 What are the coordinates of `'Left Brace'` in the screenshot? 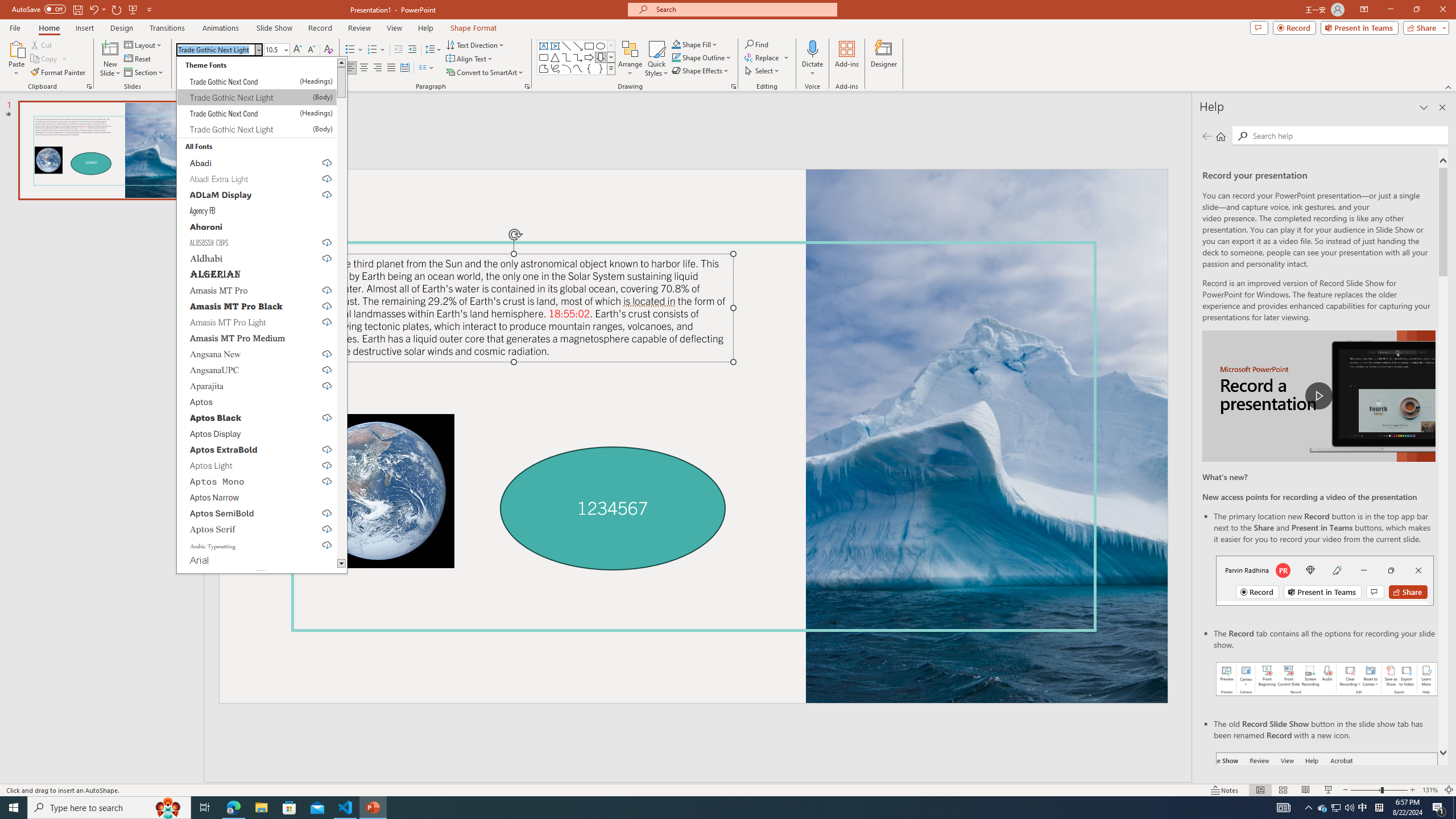 It's located at (589, 68).